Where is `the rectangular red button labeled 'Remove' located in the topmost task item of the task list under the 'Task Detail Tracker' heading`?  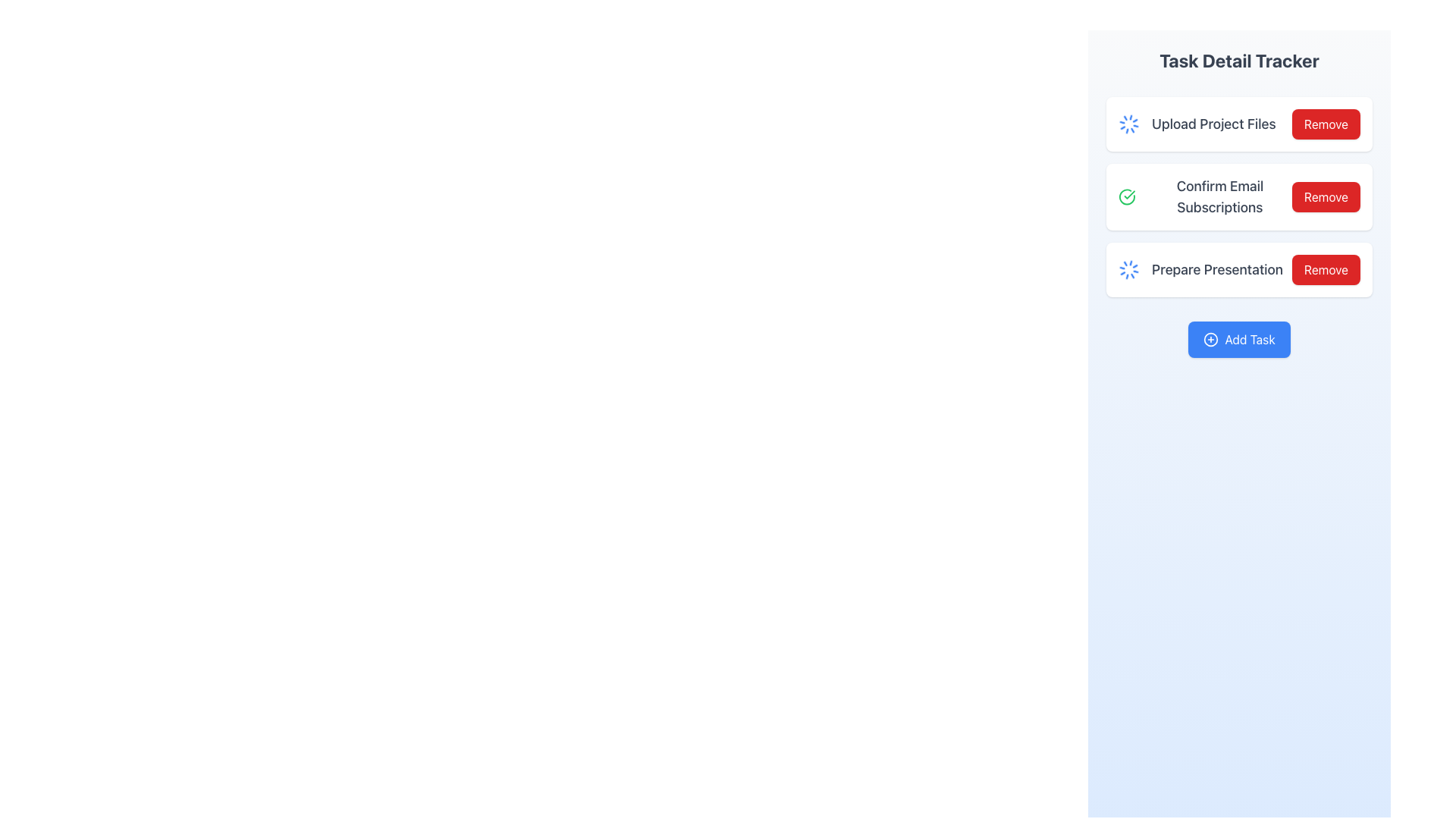
the rectangular red button labeled 'Remove' located in the topmost task item of the task list under the 'Task Detail Tracker' heading is located at coordinates (1325, 124).